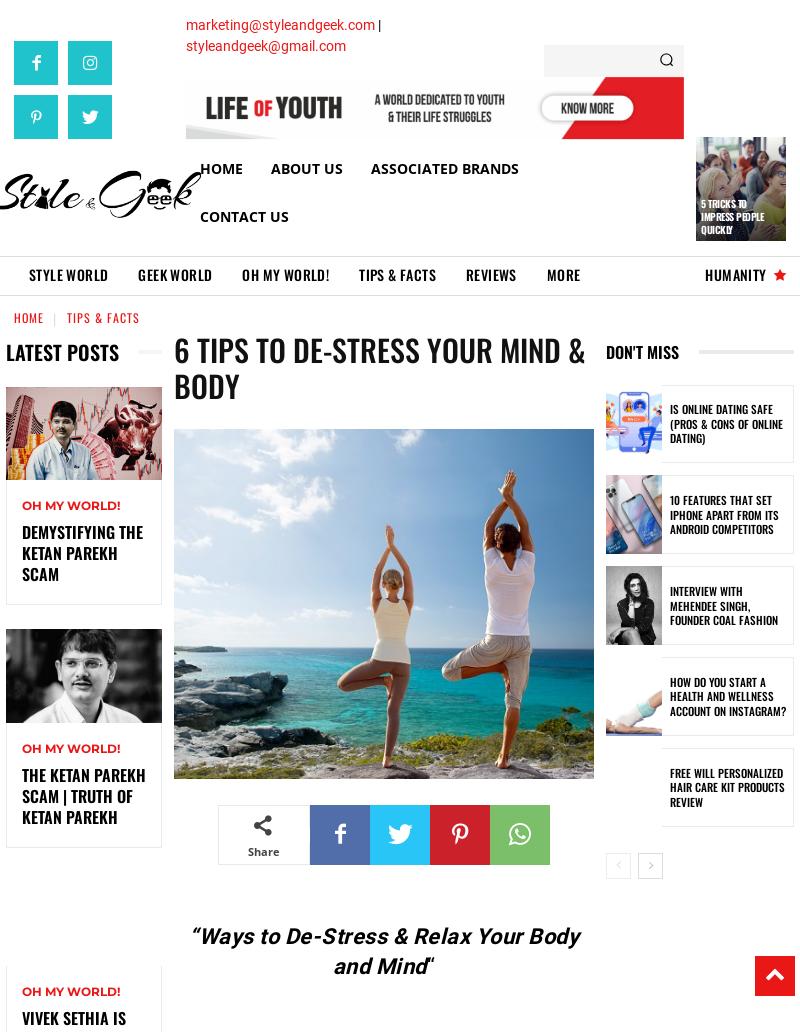  Describe the element at coordinates (265, 46) in the screenshot. I see `'styleandgeek@gmail.com'` at that location.